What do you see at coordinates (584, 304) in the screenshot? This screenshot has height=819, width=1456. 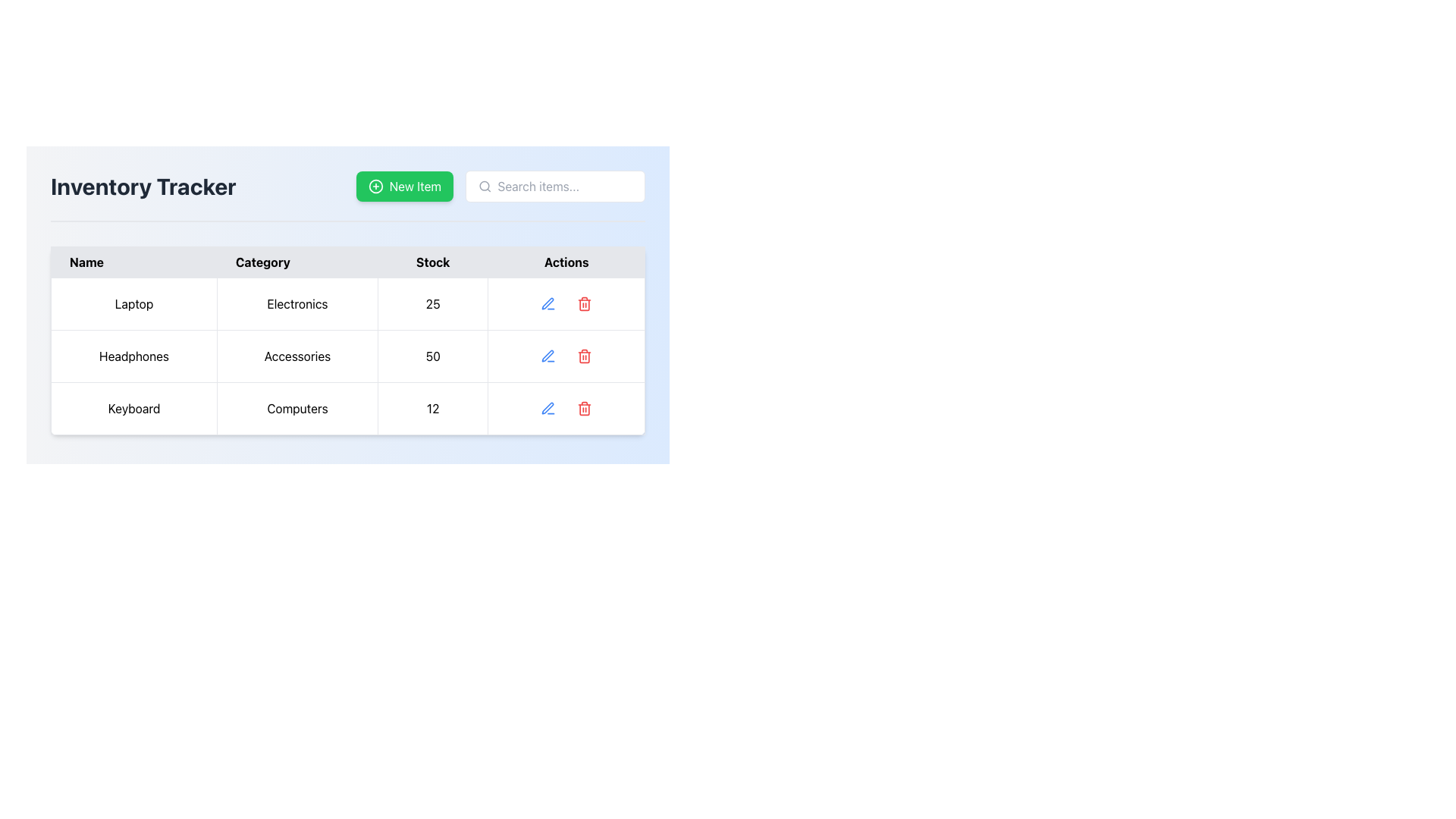 I see `the red trashcan icon button located in the 'Actions' column of the table, aligned with the first row for 'Laptop'` at bounding box center [584, 304].